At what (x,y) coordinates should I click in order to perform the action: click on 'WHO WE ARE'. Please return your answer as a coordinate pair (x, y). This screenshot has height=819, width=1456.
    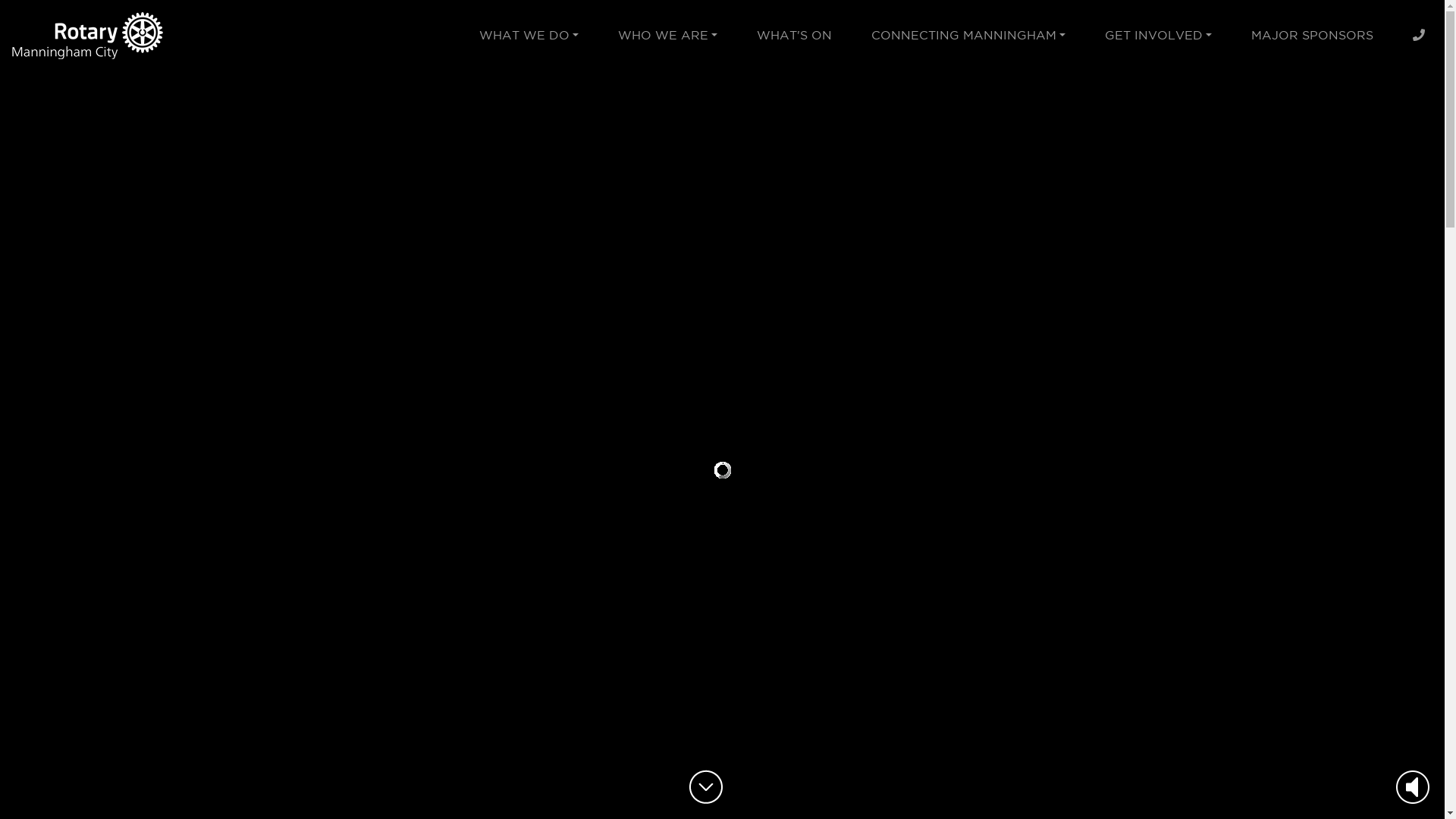
    Looking at the image, I should click on (667, 37).